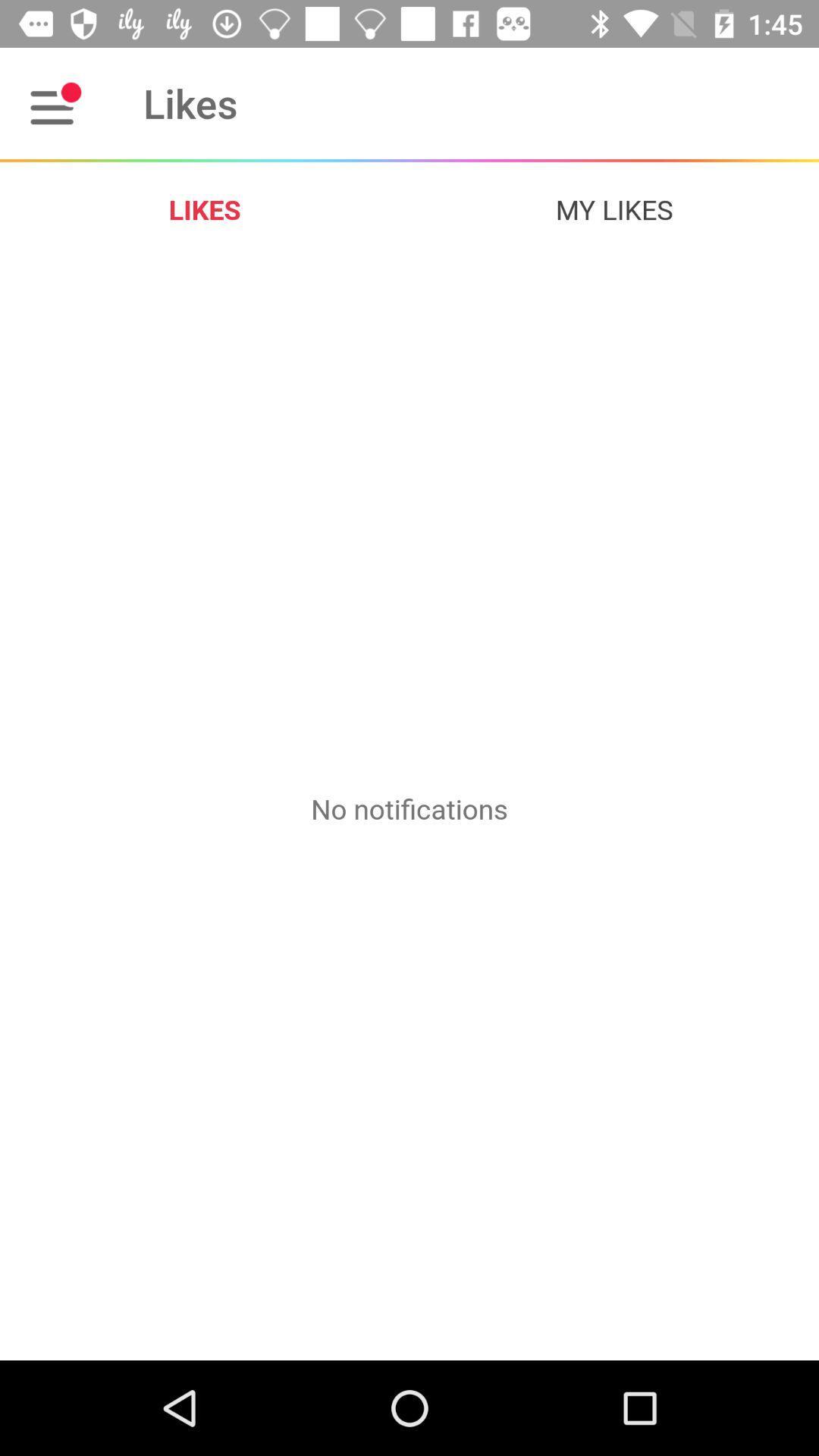  I want to click on the item above the no notifications item, so click(614, 209).